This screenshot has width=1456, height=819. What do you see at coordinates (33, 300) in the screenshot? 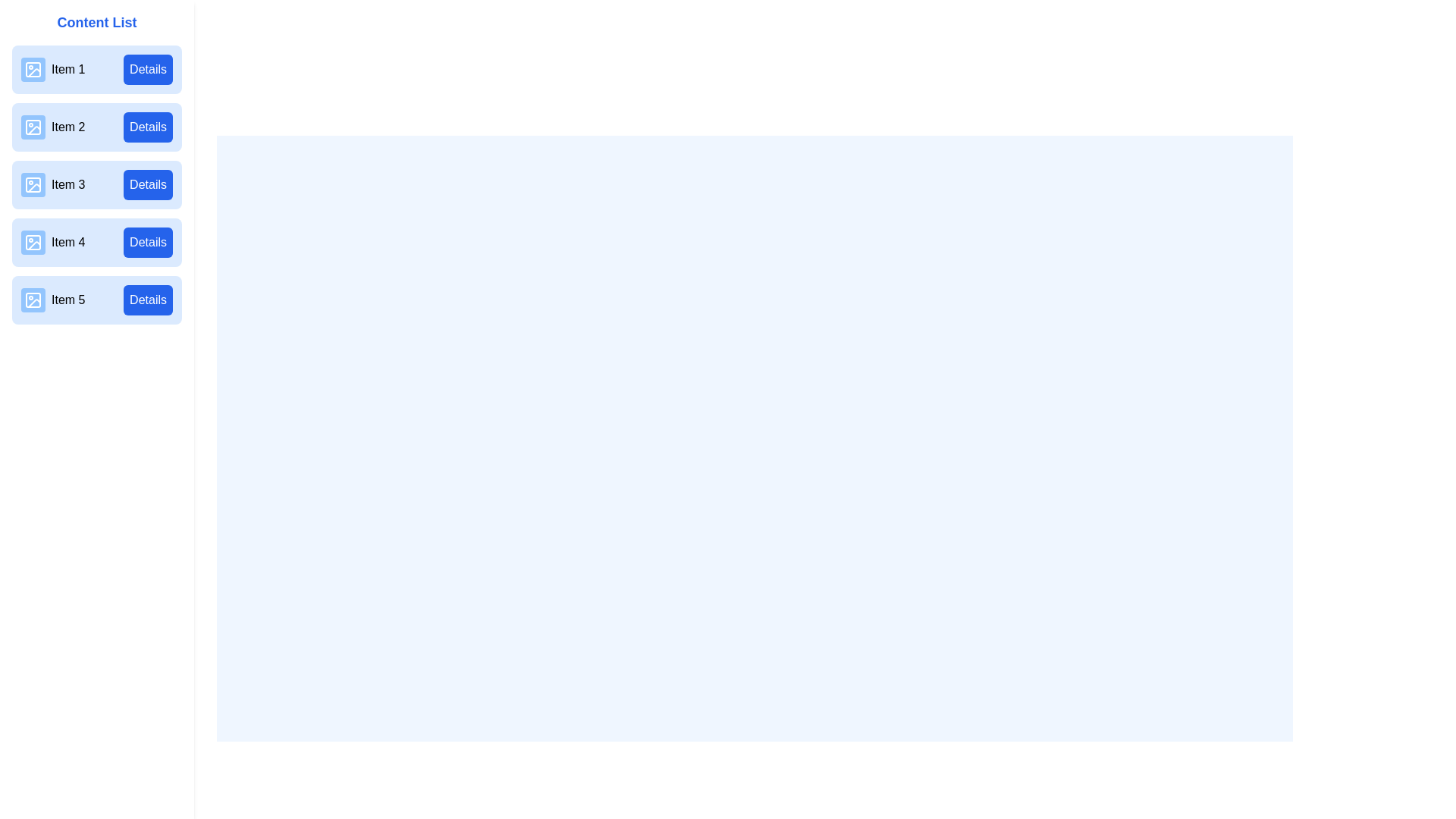
I see `the small blue circular button with a white layered image icon located to the left of the 'Item 5' label` at bounding box center [33, 300].